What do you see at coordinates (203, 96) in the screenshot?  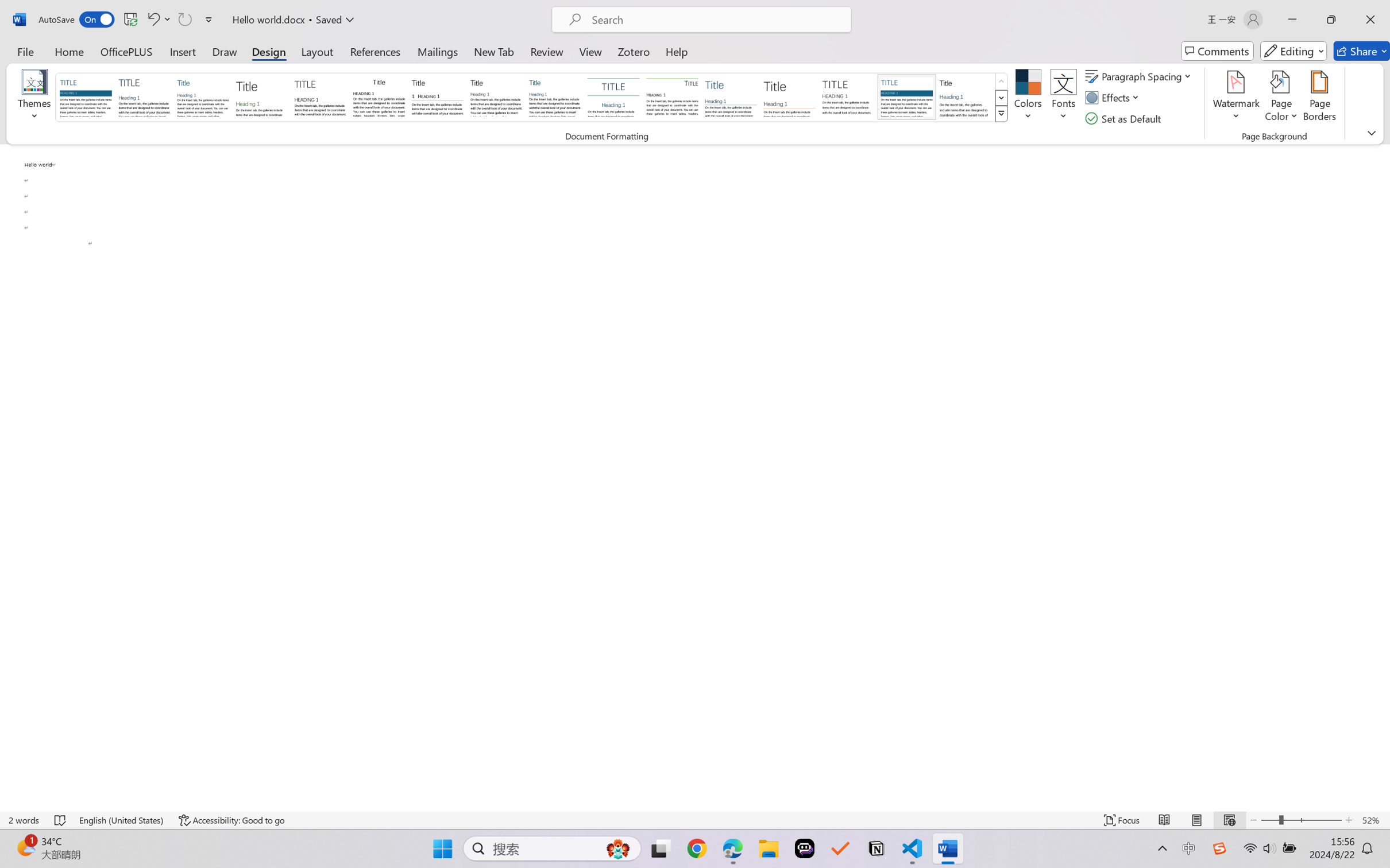 I see `'Basic (Simple)'` at bounding box center [203, 96].